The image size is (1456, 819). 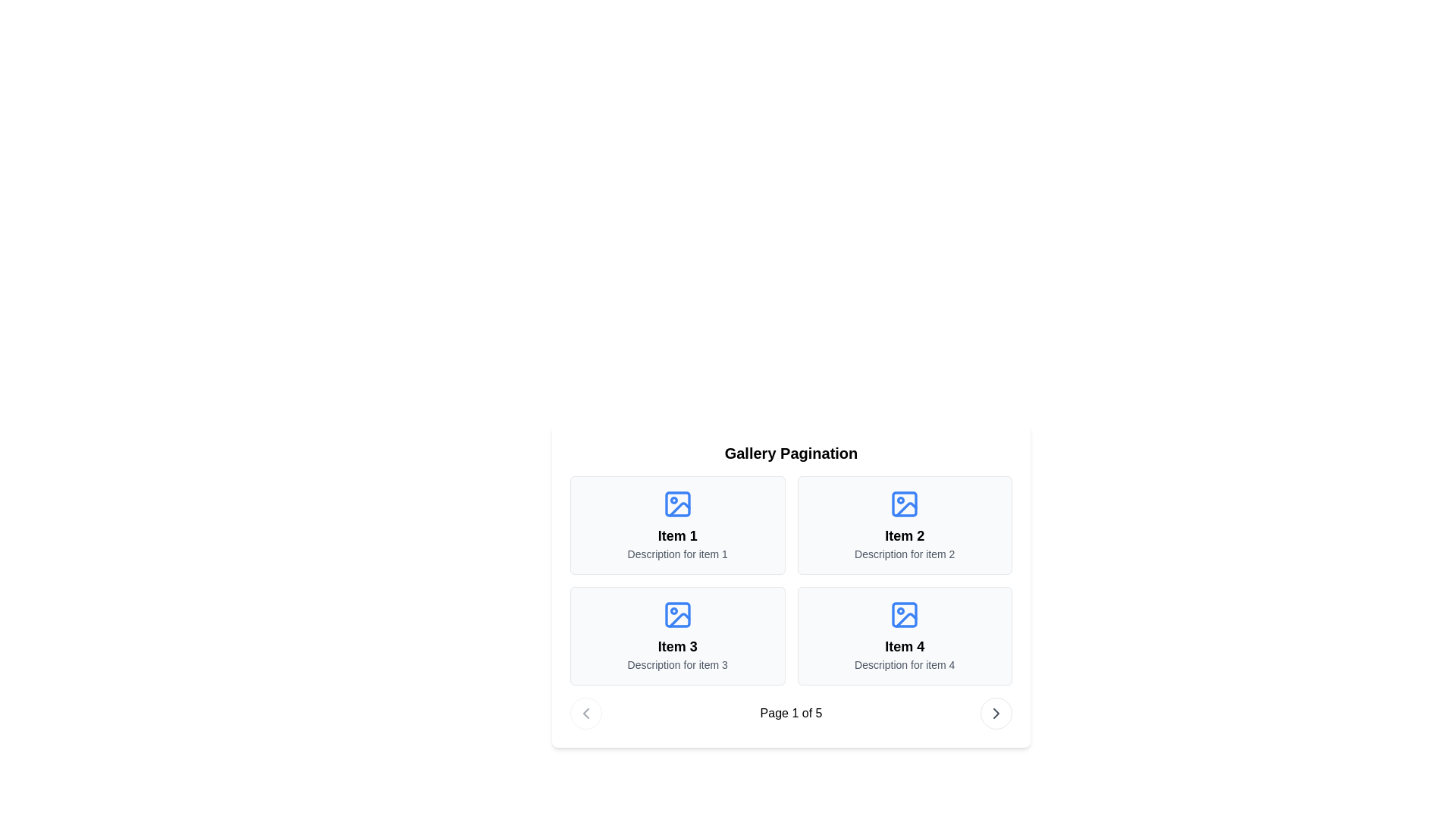 What do you see at coordinates (996, 714) in the screenshot?
I see `the rightward arrow button at the bottom center of the interface` at bounding box center [996, 714].